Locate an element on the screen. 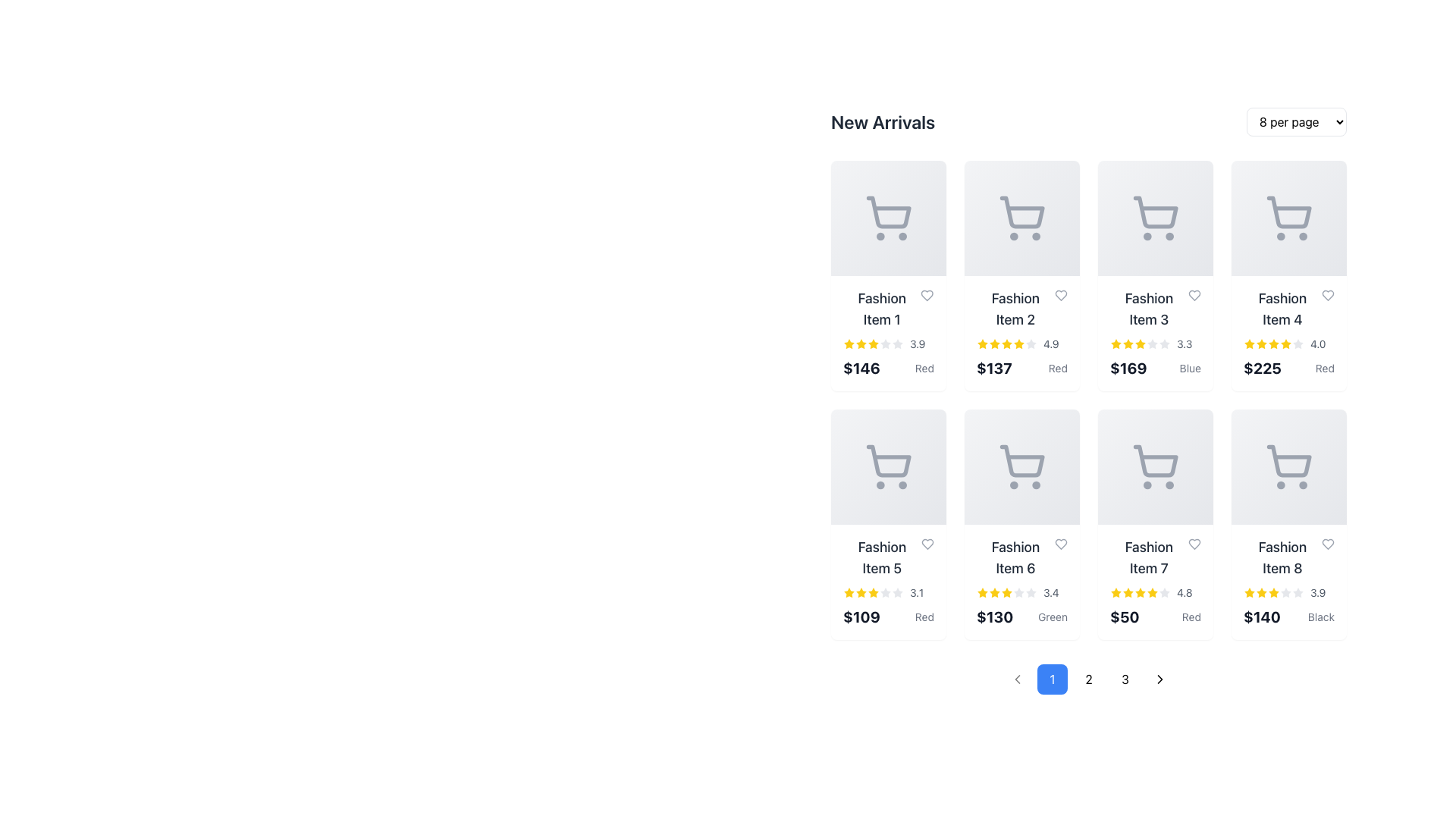  the fifth yellow star icon representing the rating for 'Fashion Item 7' is located at coordinates (1140, 344).